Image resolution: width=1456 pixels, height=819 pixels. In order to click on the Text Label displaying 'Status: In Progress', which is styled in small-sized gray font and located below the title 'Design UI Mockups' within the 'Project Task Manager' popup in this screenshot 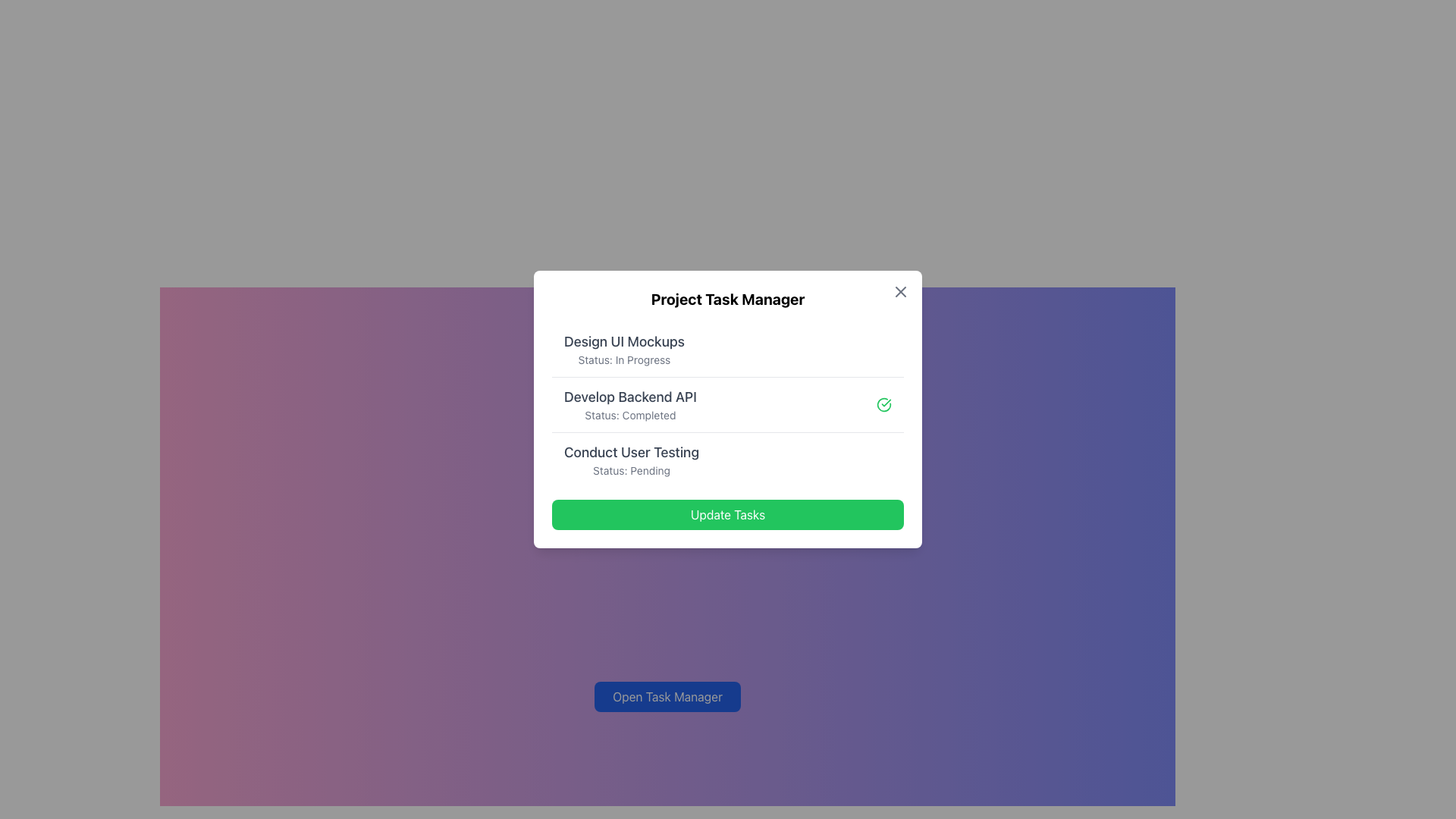, I will do `click(624, 359)`.